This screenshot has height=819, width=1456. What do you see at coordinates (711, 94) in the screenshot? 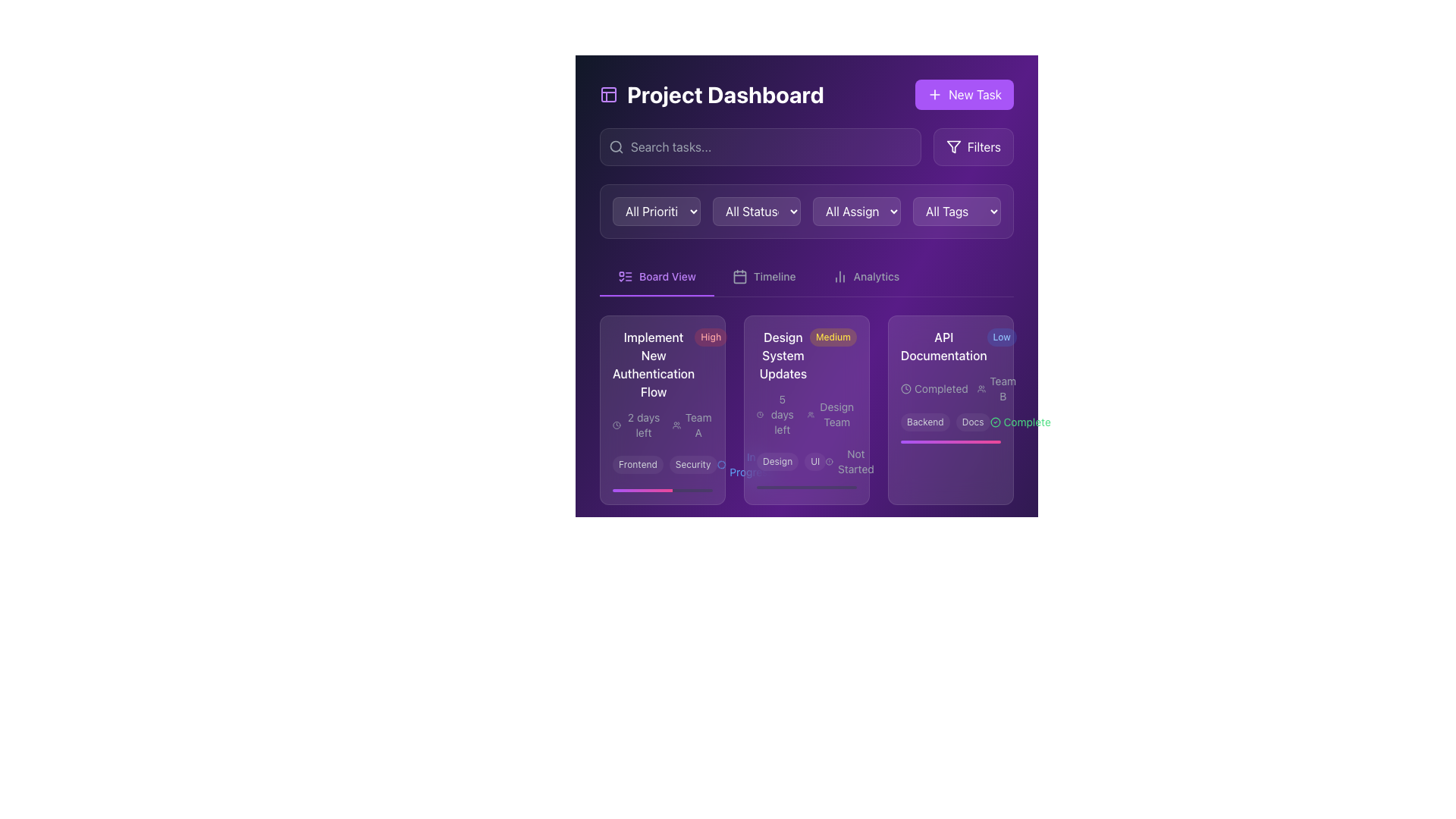
I see `the 'Project Dashboard' text header with the accompanying purple icon located near the top-left corner of the interface` at bounding box center [711, 94].